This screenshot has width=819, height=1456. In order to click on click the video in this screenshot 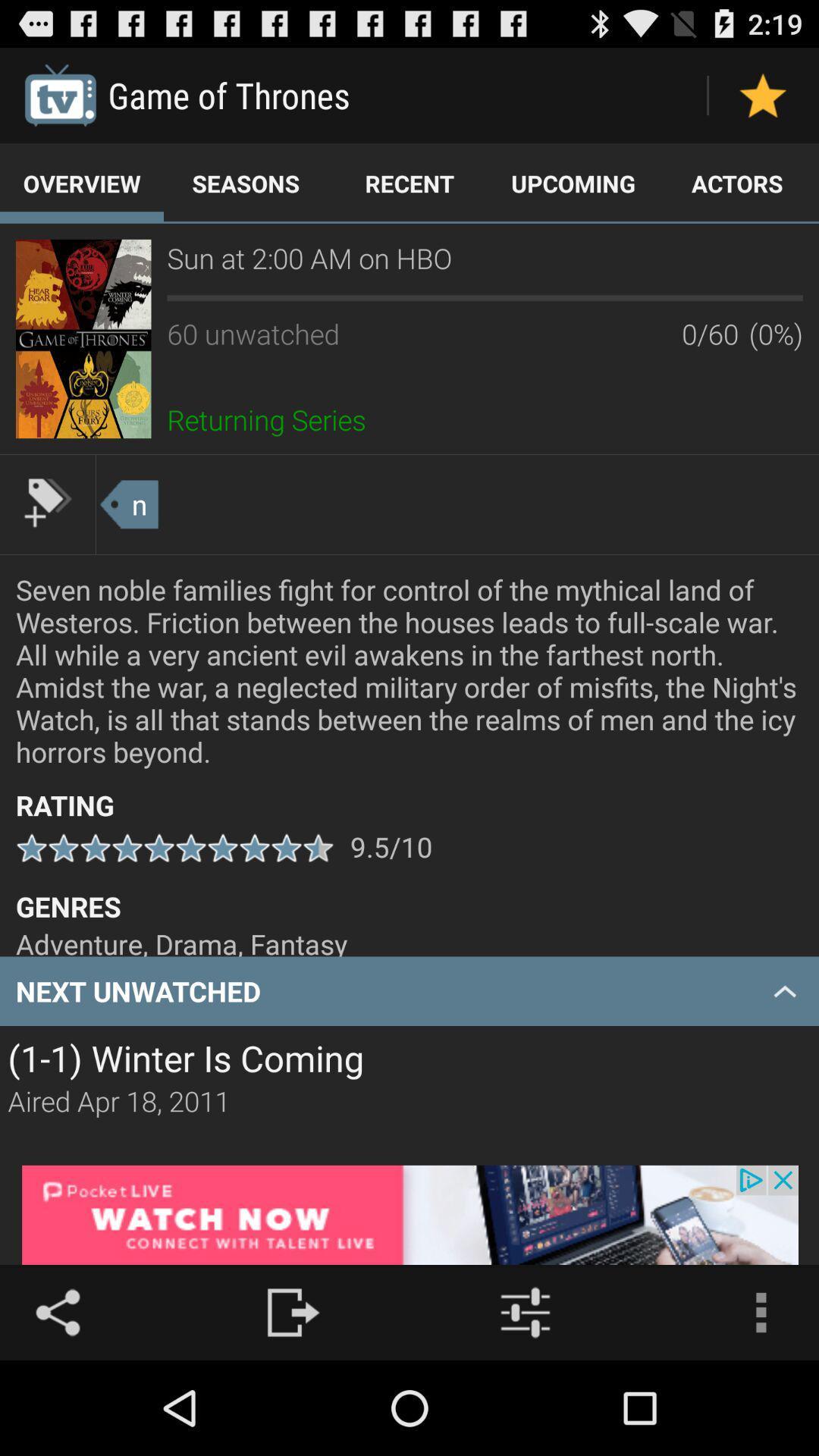, I will do `click(83, 337)`.